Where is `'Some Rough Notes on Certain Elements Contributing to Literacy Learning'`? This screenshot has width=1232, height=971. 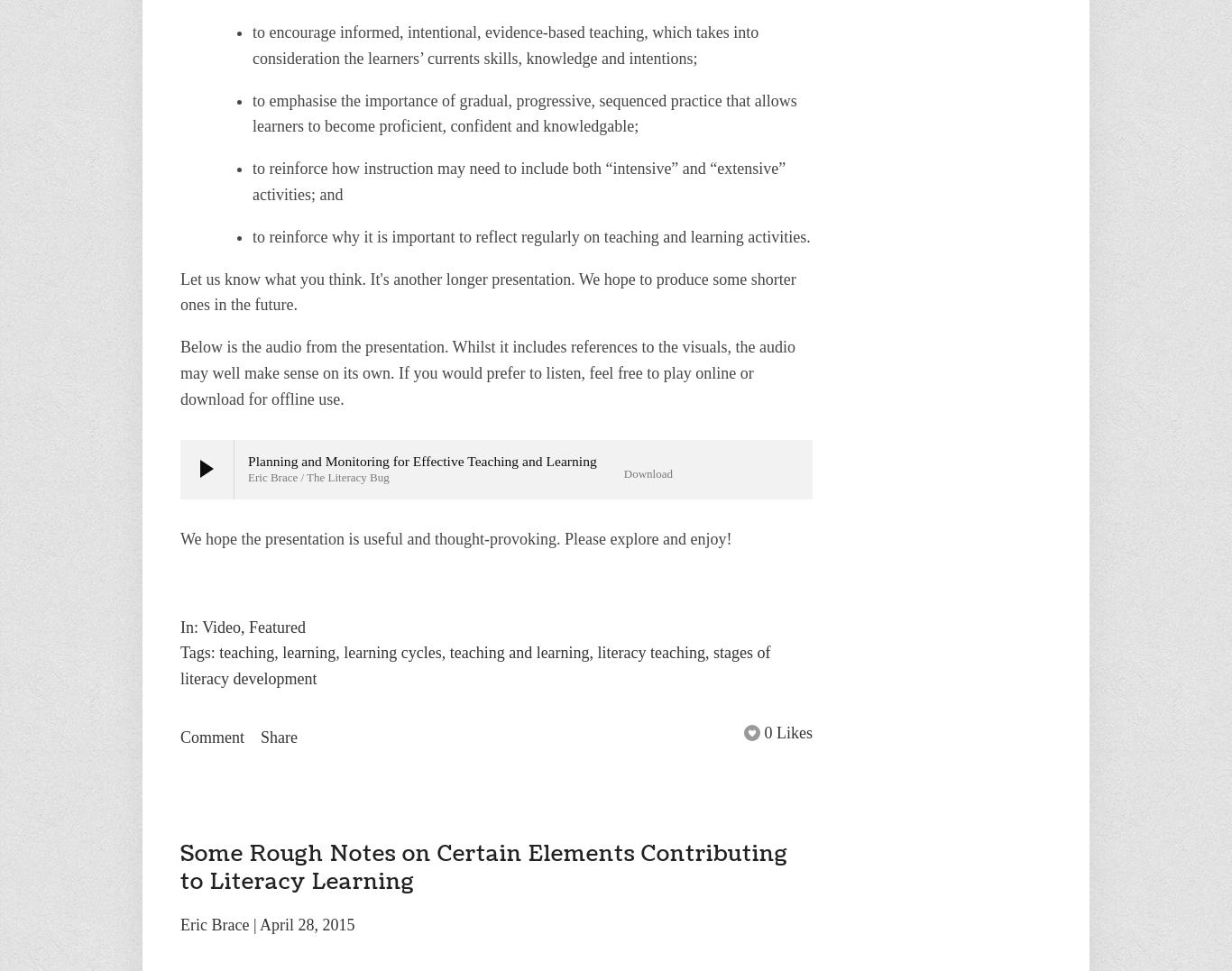
'Some Rough Notes on Certain Elements Contributing to Literacy Learning' is located at coordinates (179, 866).